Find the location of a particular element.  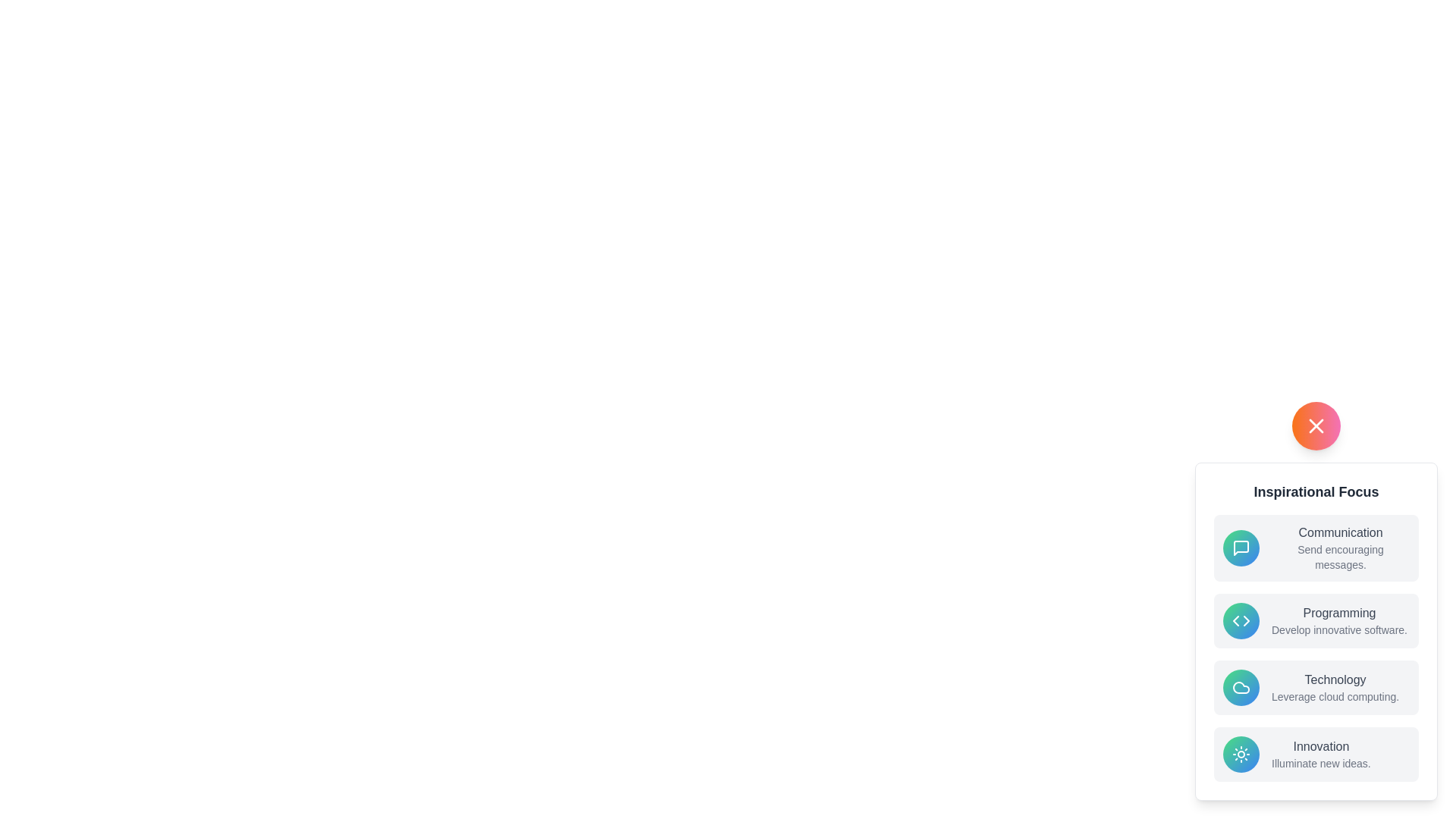

the Communication menu item is located at coordinates (1316, 548).